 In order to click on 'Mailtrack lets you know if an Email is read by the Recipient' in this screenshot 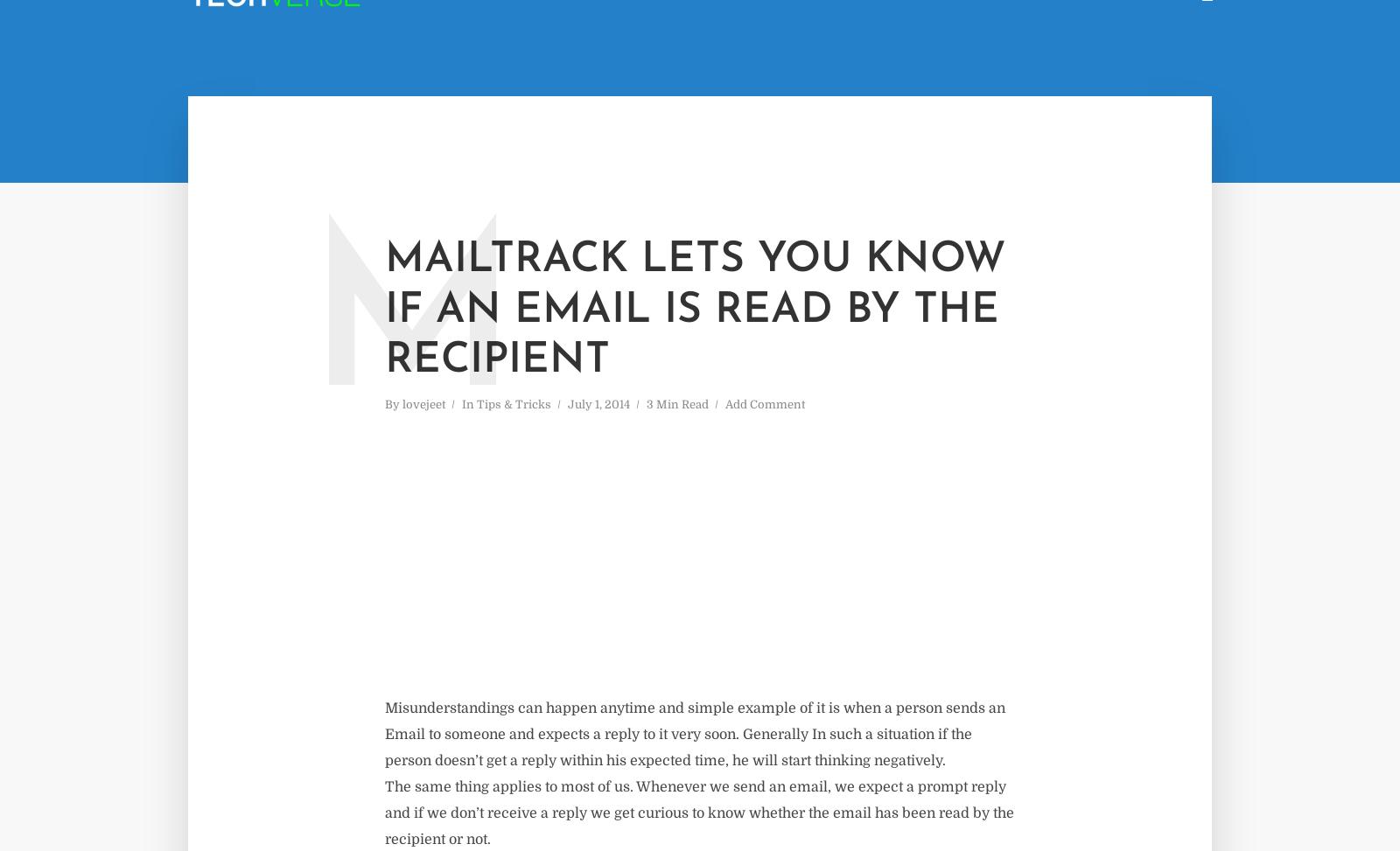, I will do `click(696, 310)`.